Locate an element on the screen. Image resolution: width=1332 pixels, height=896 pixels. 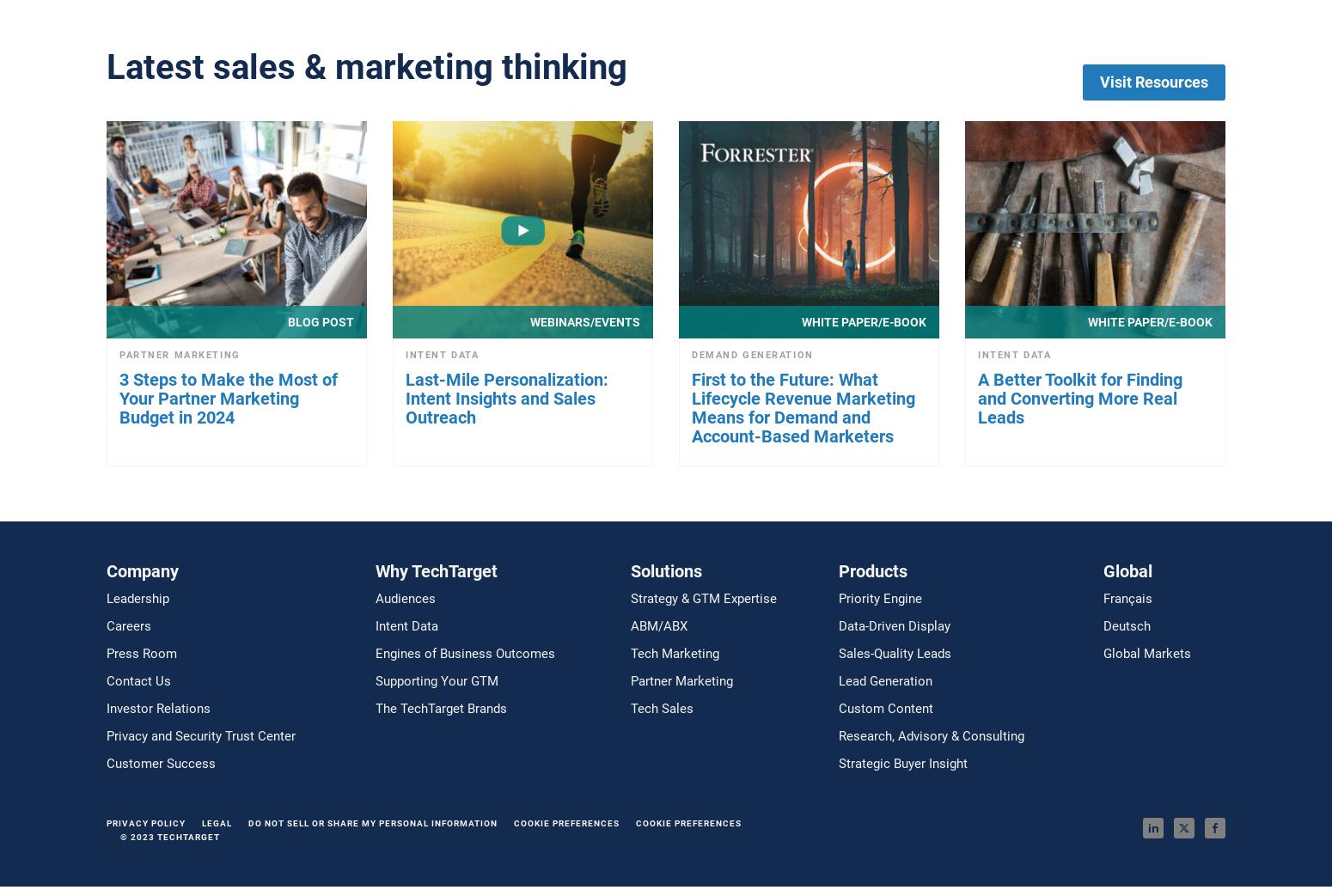
'3 Steps to Make the Most of Your Partner Marketing Budget in 2024' is located at coordinates (228, 396).